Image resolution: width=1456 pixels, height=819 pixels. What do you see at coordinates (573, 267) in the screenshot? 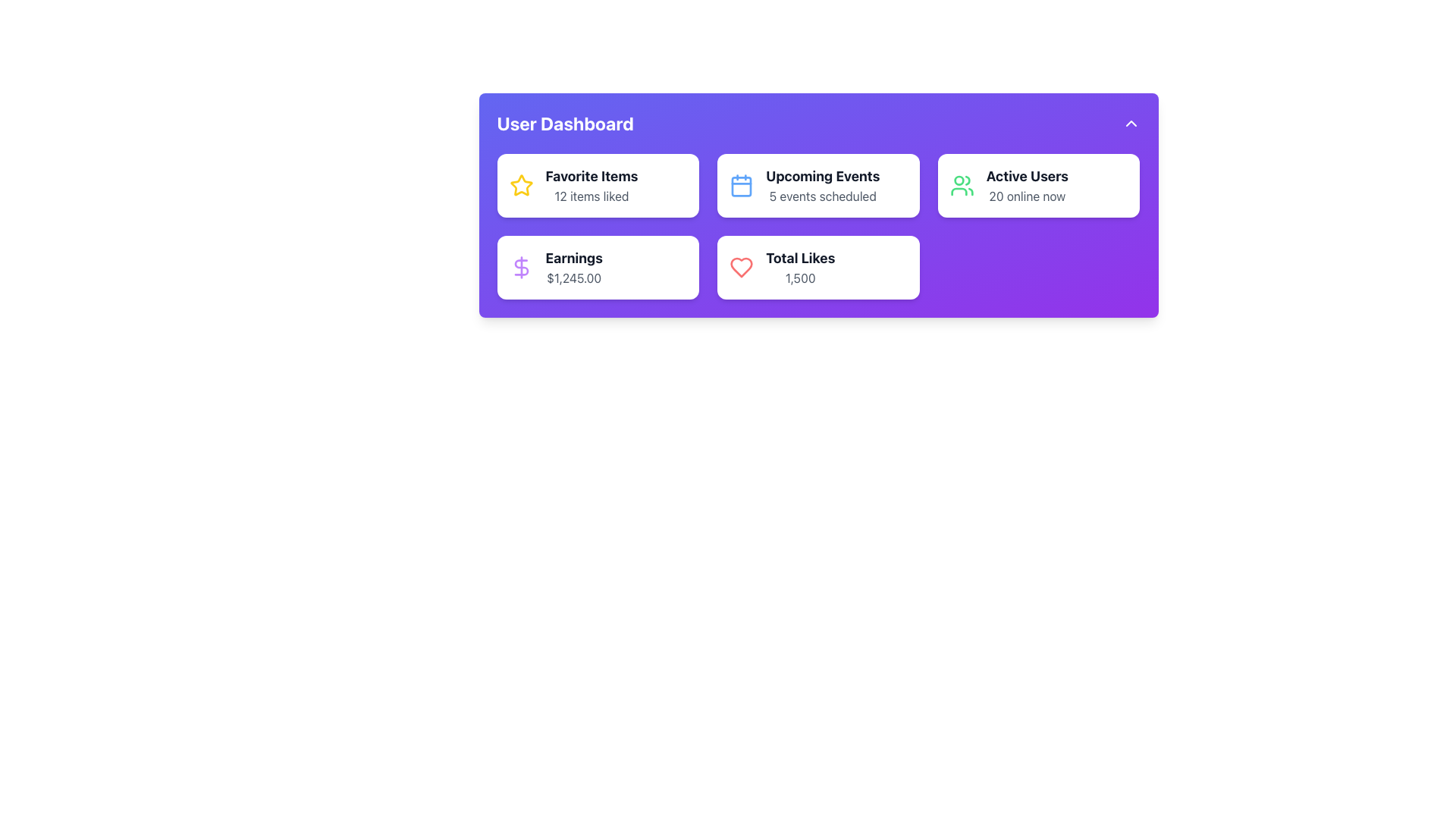
I see `the text-based information display showing 'Earnings' and '$1,245.00', located in the bottom-left corner of the dashboard card group` at bounding box center [573, 267].